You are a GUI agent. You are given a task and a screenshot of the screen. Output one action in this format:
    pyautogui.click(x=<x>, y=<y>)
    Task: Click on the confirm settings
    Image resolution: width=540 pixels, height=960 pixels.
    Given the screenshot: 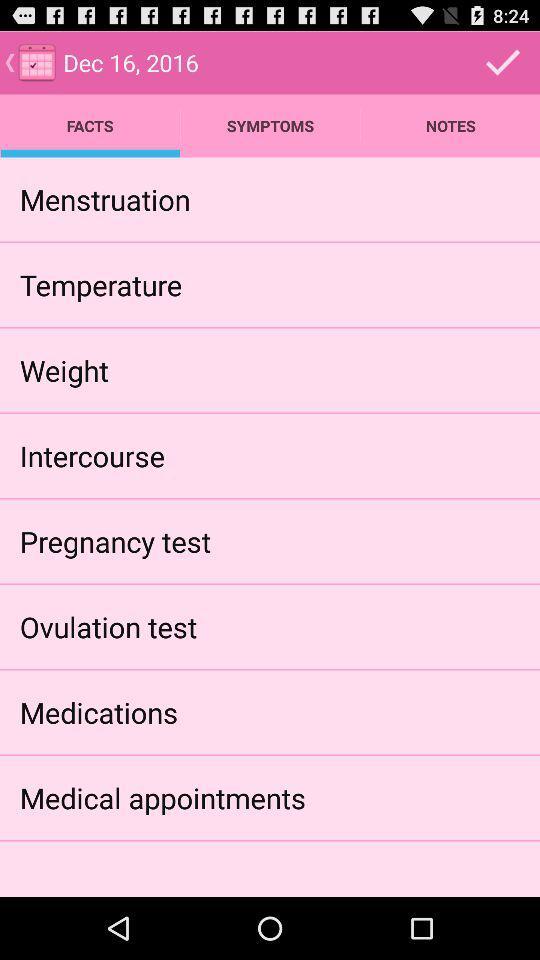 What is the action you would take?
    pyautogui.click(x=502, y=62)
    